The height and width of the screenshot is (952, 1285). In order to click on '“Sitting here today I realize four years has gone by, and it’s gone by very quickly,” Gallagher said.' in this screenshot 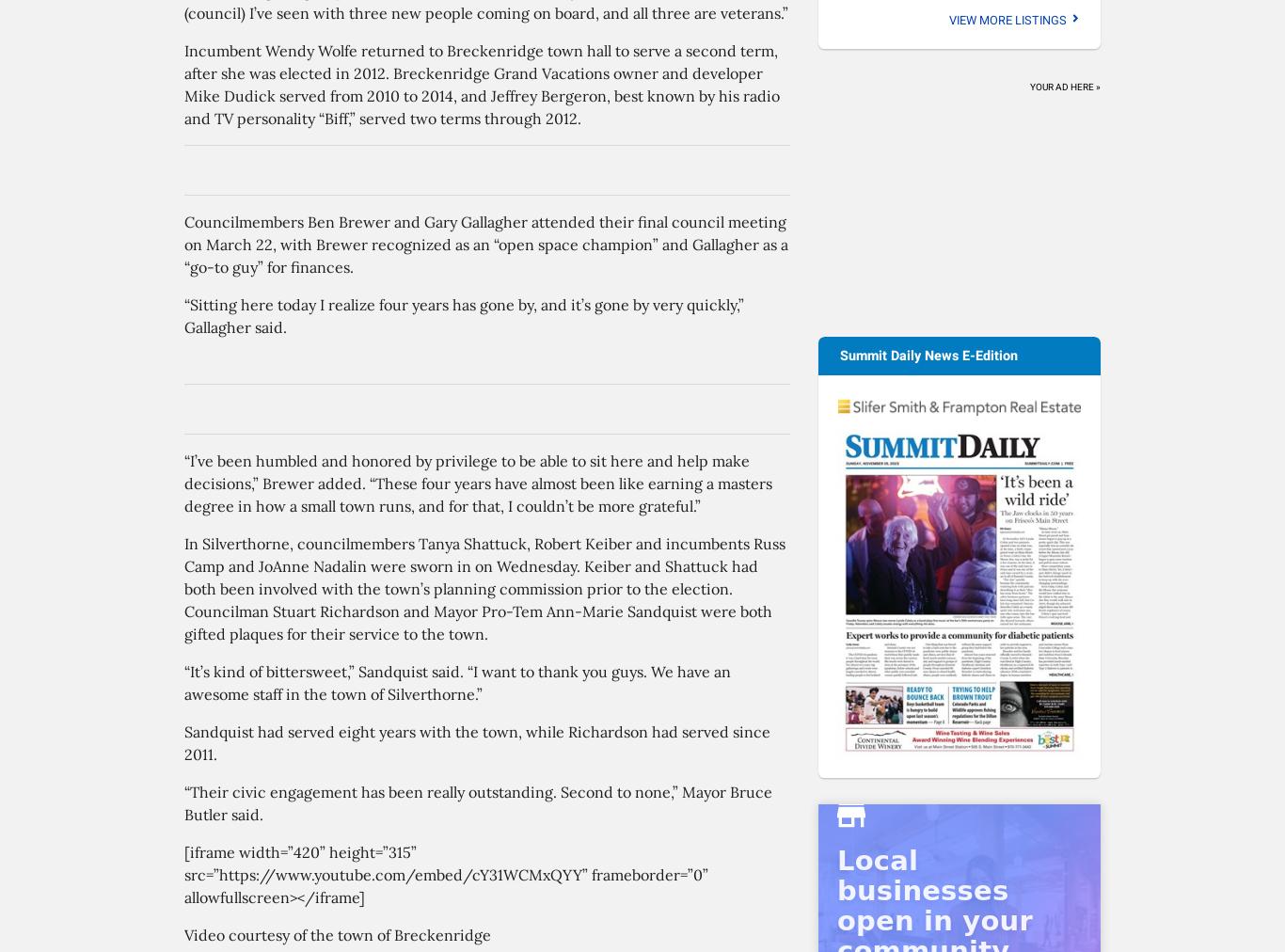, I will do `click(464, 314)`.